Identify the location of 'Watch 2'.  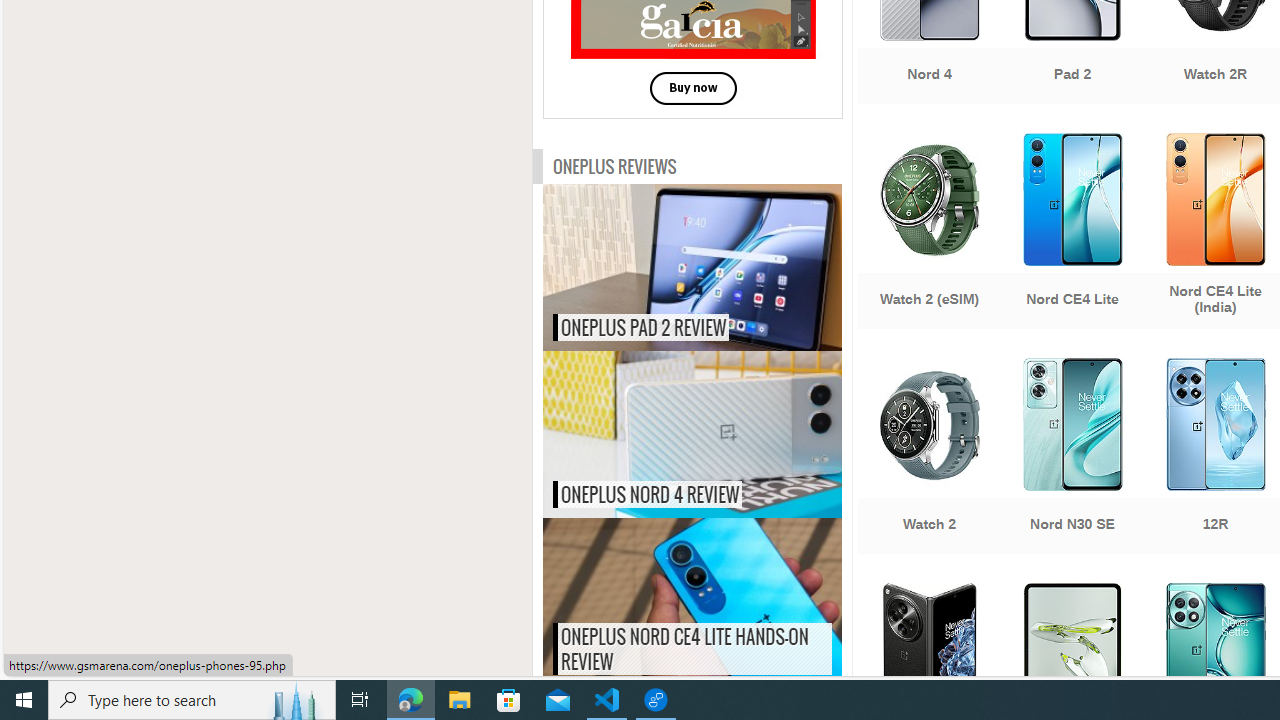
(928, 458).